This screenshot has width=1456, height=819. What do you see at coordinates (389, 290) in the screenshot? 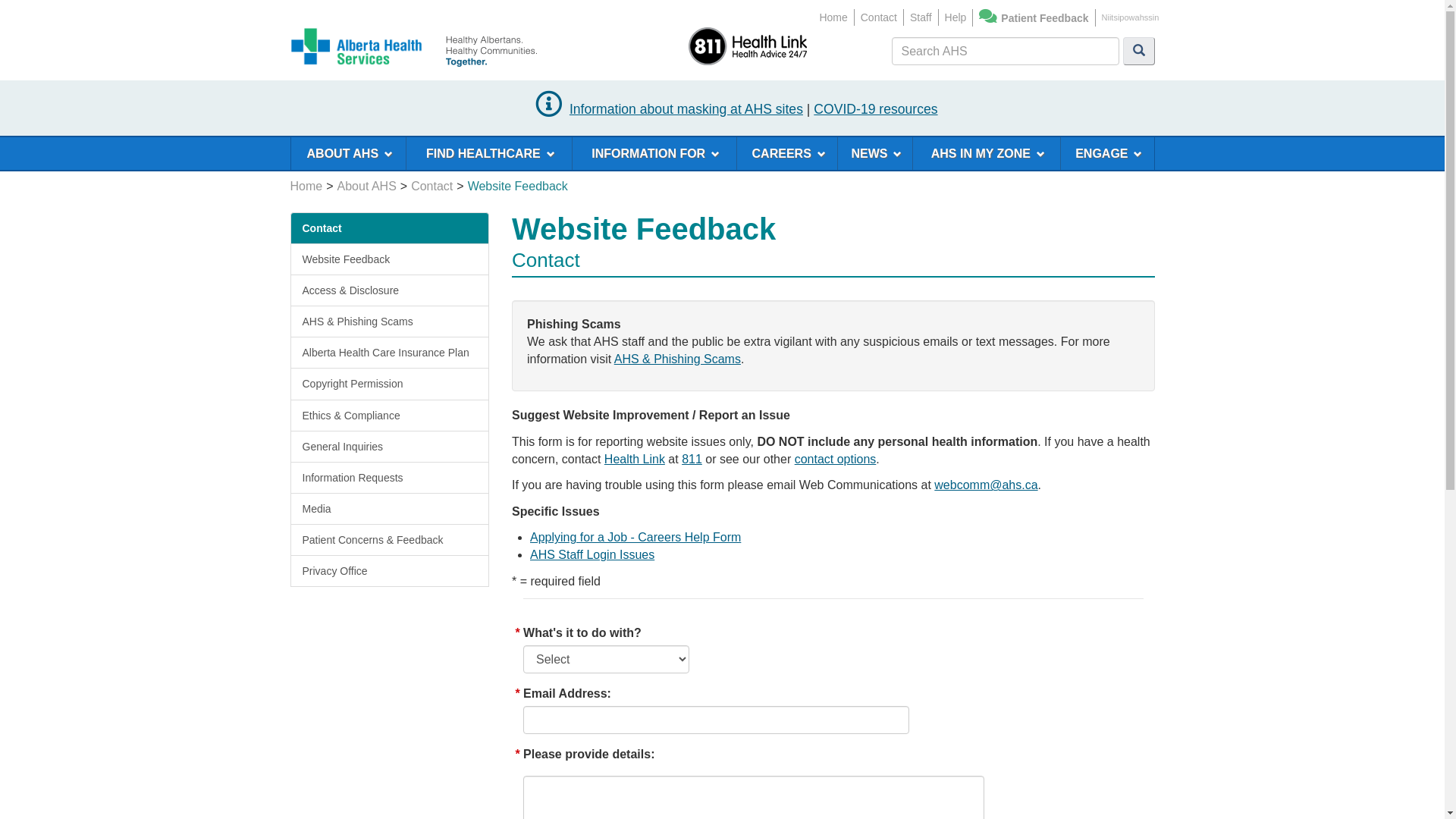
I see `'Access & Disclosure'` at bounding box center [389, 290].